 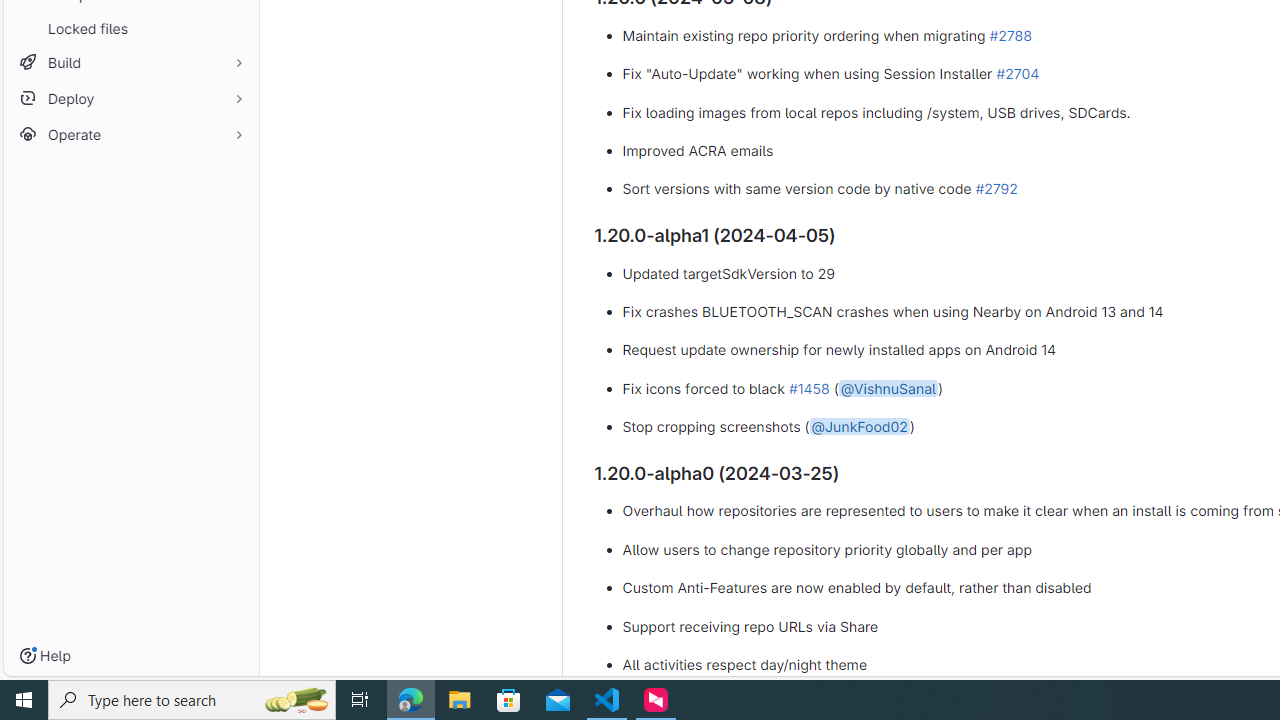 I want to click on 'Locked files', so click(x=130, y=28).